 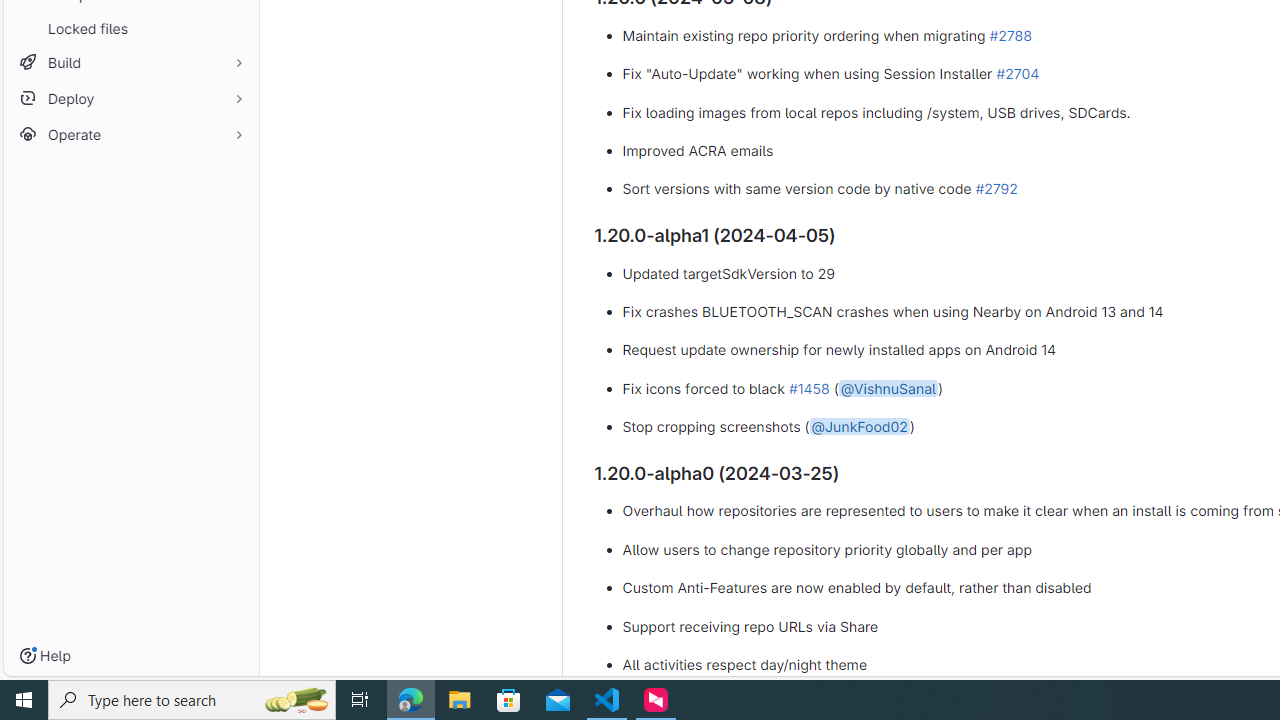 I want to click on 'Locked files', so click(x=130, y=28).